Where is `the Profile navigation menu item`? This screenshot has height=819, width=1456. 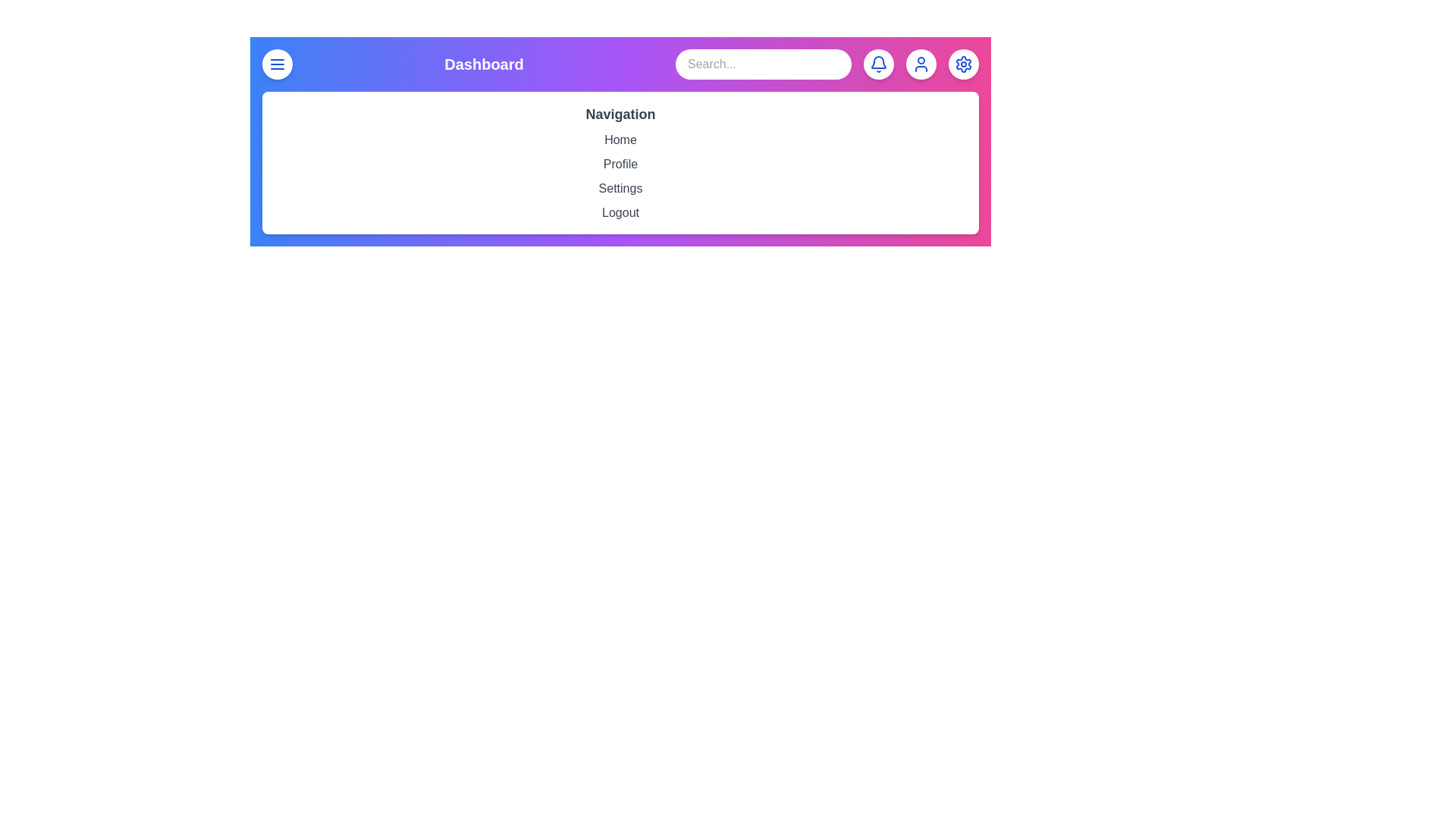
the Profile navigation menu item is located at coordinates (620, 164).